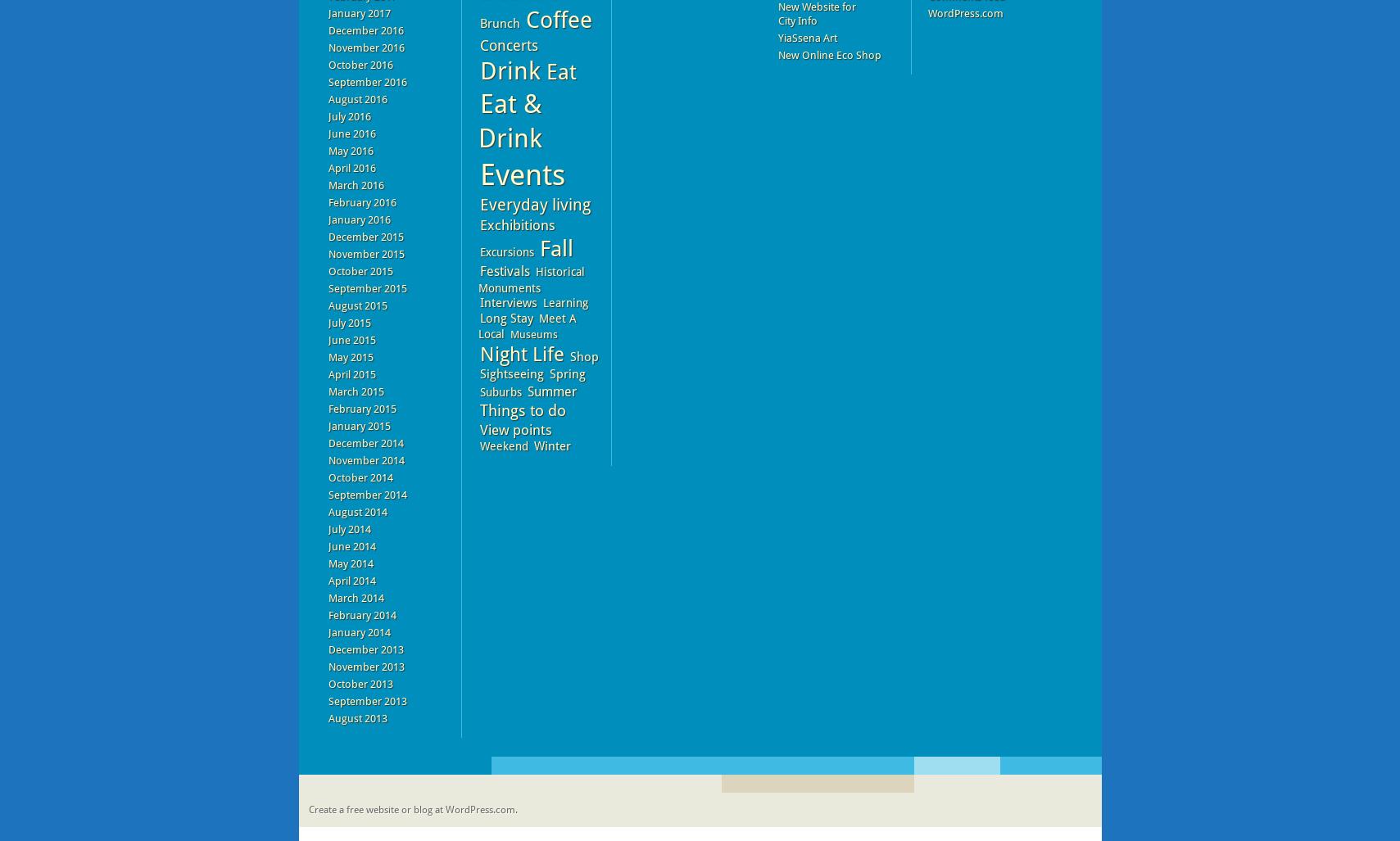 This screenshot has width=1400, height=841. I want to click on 'December 2016', so click(365, 30).